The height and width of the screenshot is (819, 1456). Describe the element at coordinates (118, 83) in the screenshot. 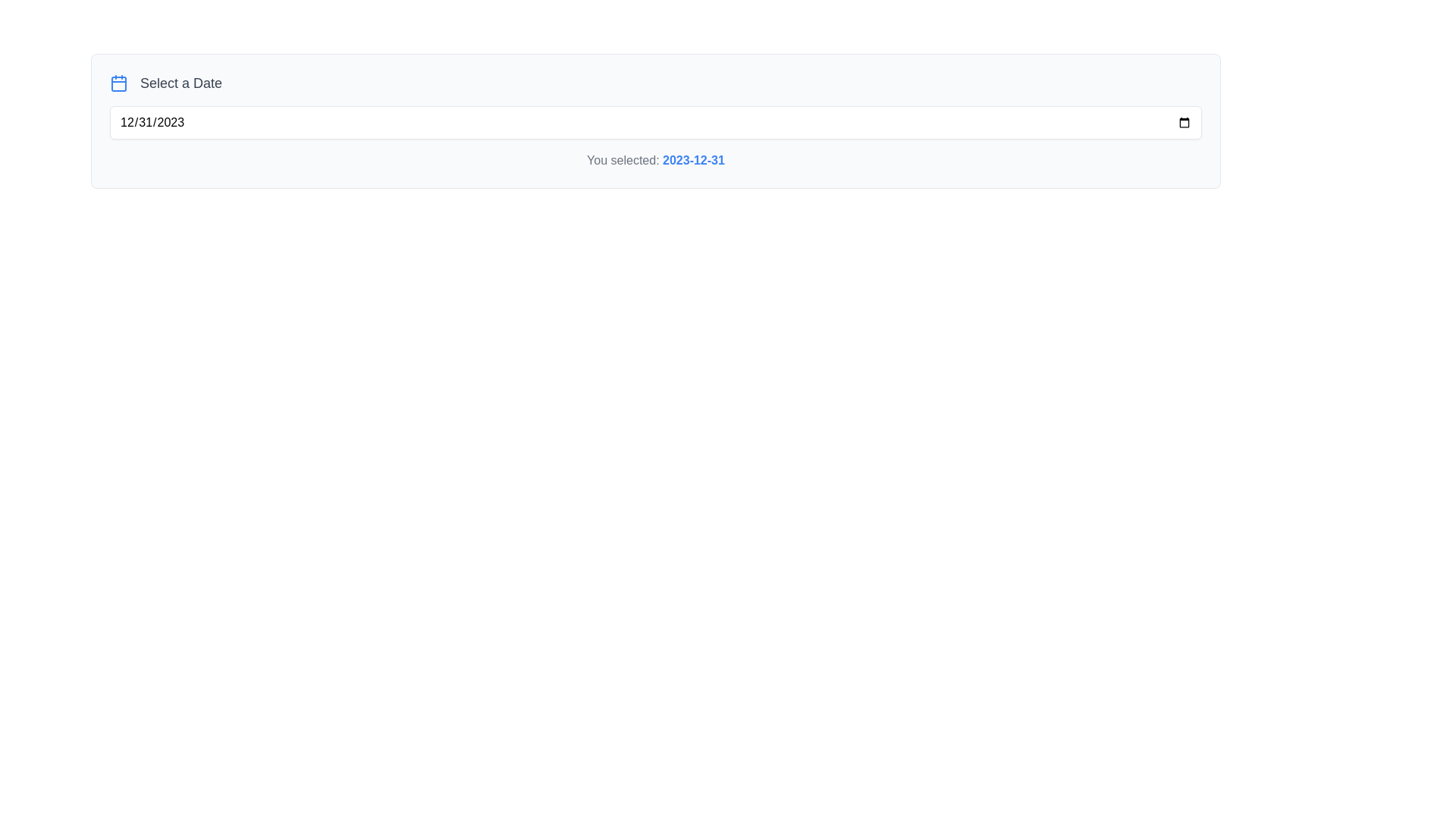

I see `the calendar icon with a blue outline located to the left of the 'Select a Date' text label by moving the cursor to its center` at that location.